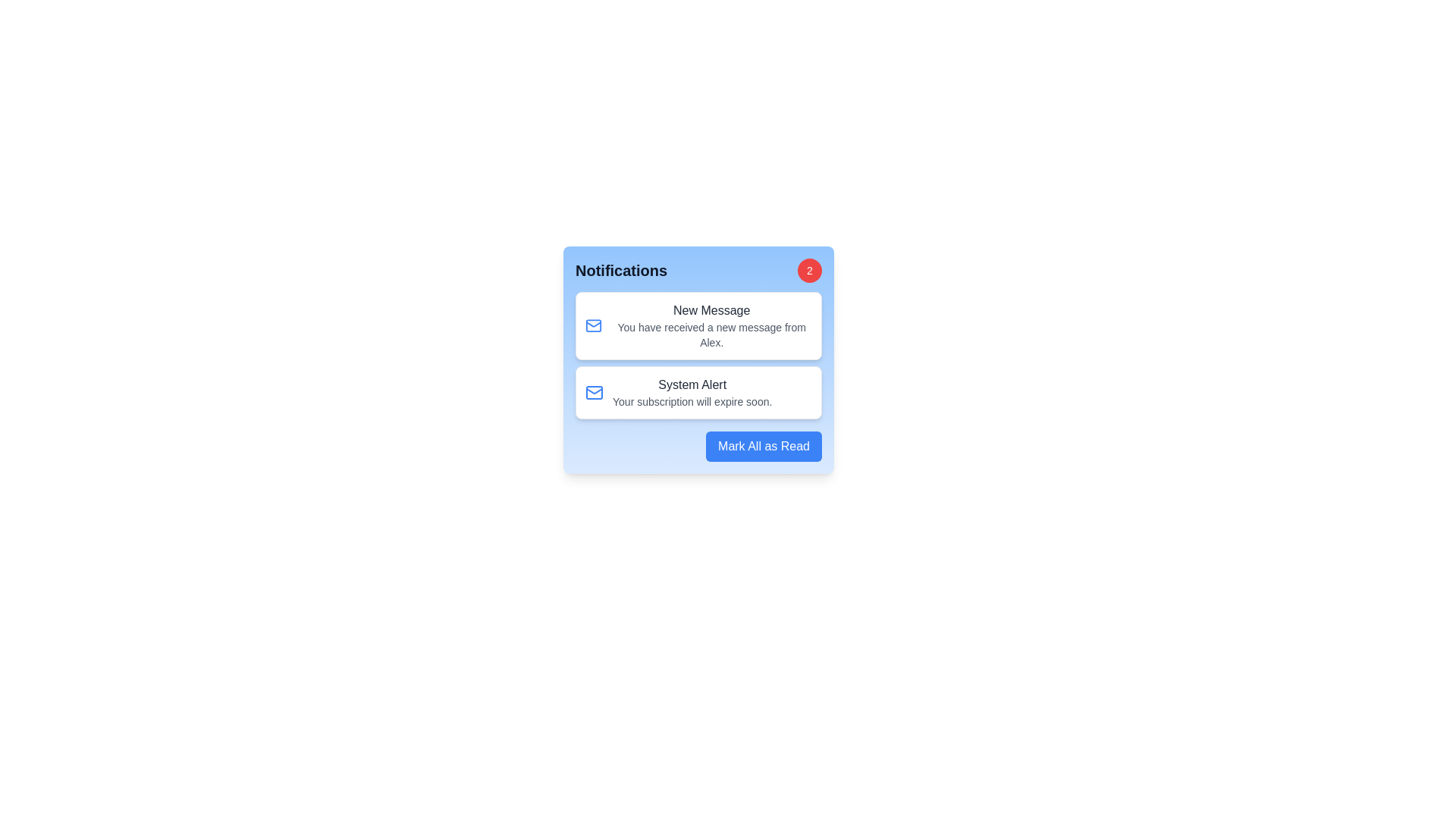  I want to click on text content of the 'System Alert' notification which indicates that 'Your subscription will expire soon.', so click(692, 391).